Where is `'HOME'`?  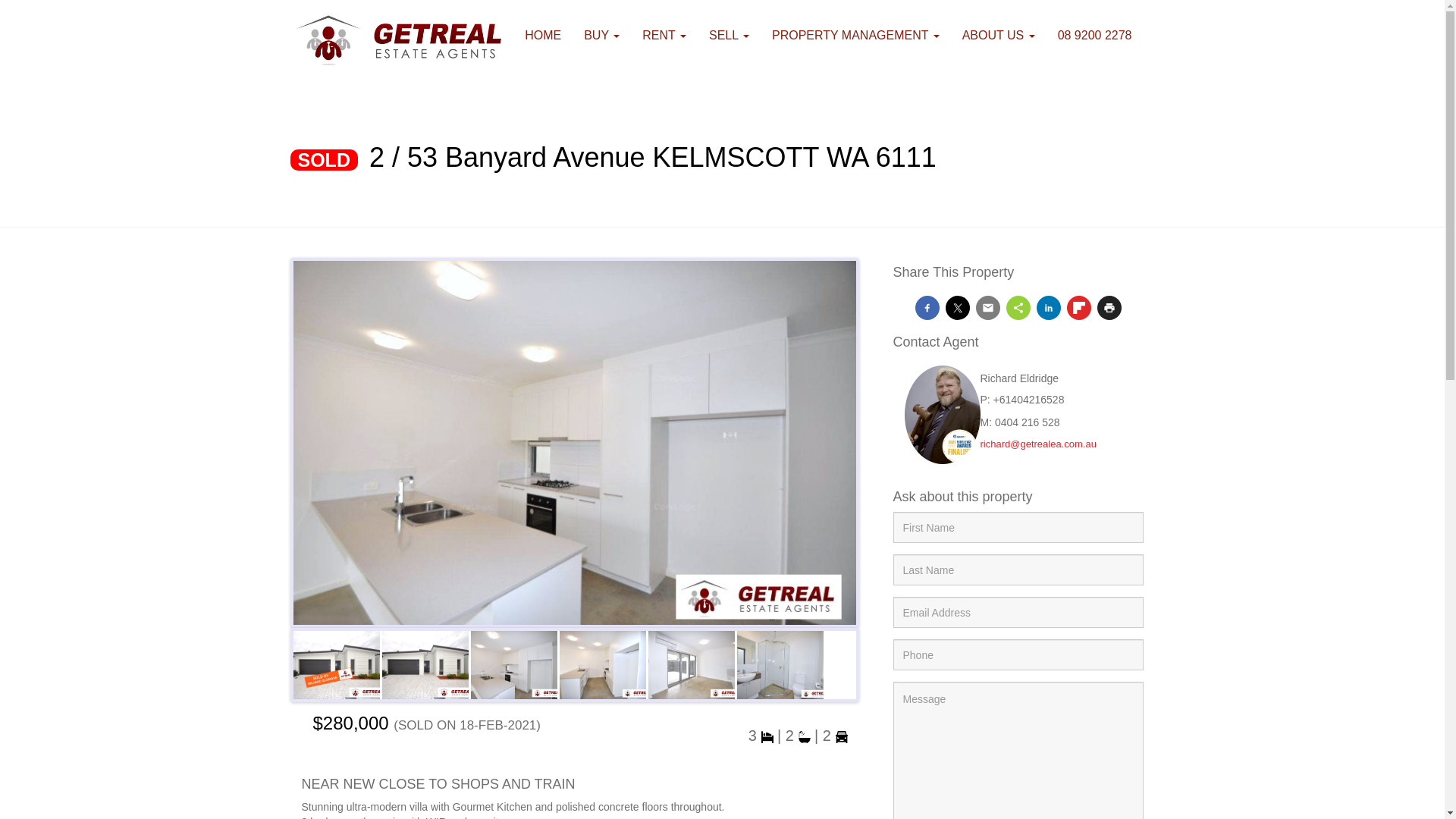
'HOME' is located at coordinates (542, 34).